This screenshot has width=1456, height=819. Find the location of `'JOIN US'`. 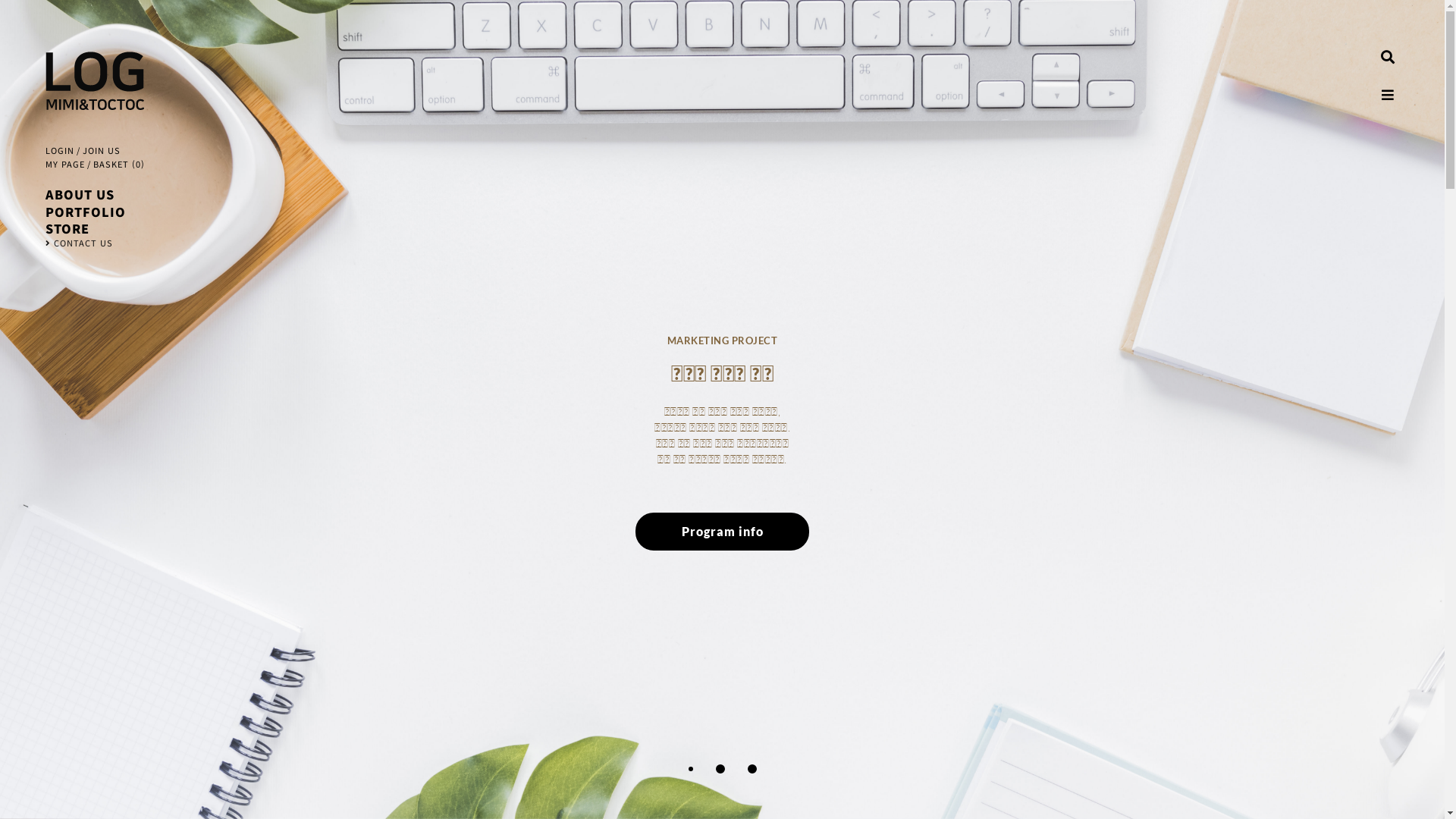

'JOIN US' is located at coordinates (82, 151).